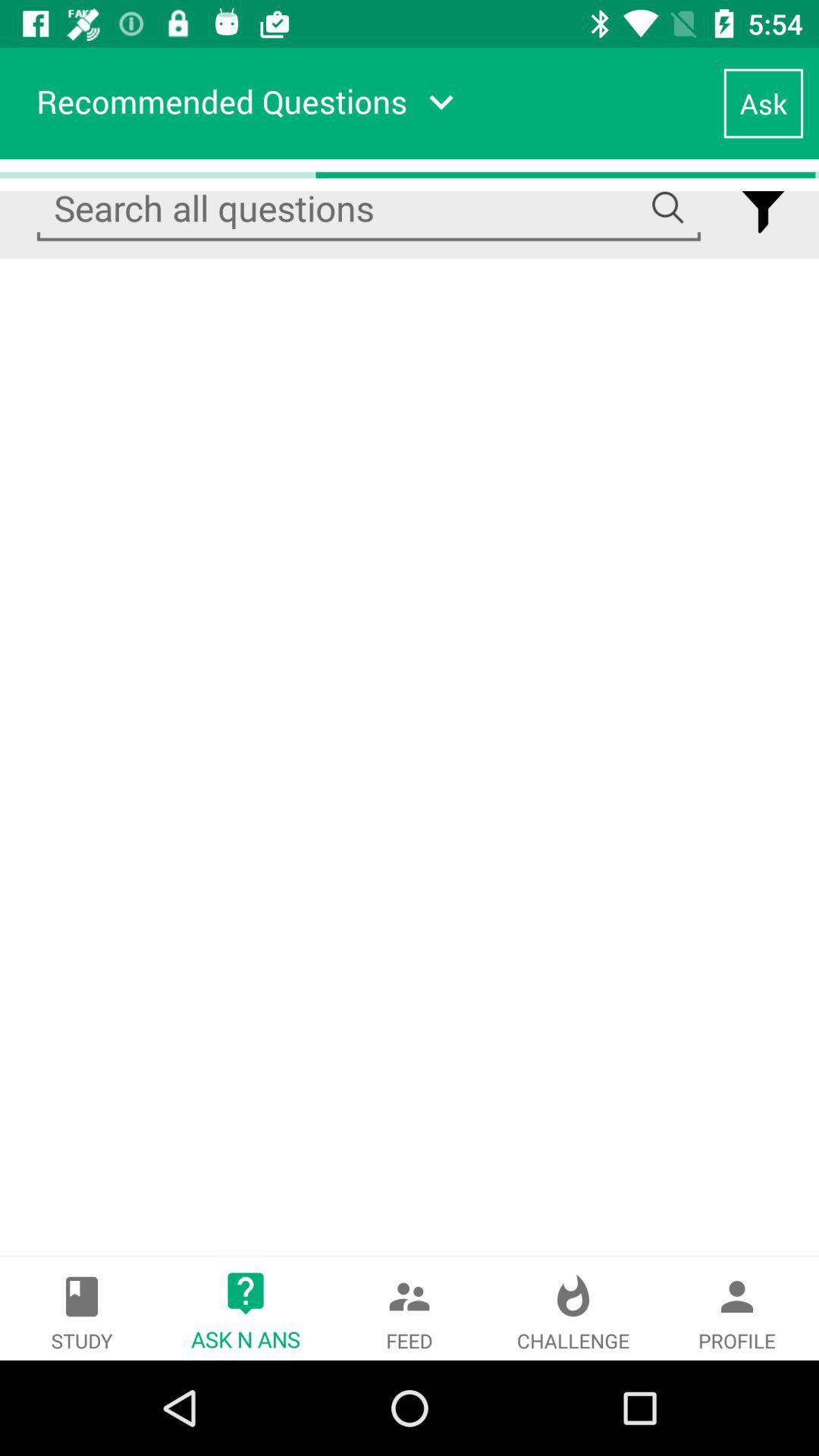  What do you see at coordinates (369, 208) in the screenshot?
I see `search` at bounding box center [369, 208].